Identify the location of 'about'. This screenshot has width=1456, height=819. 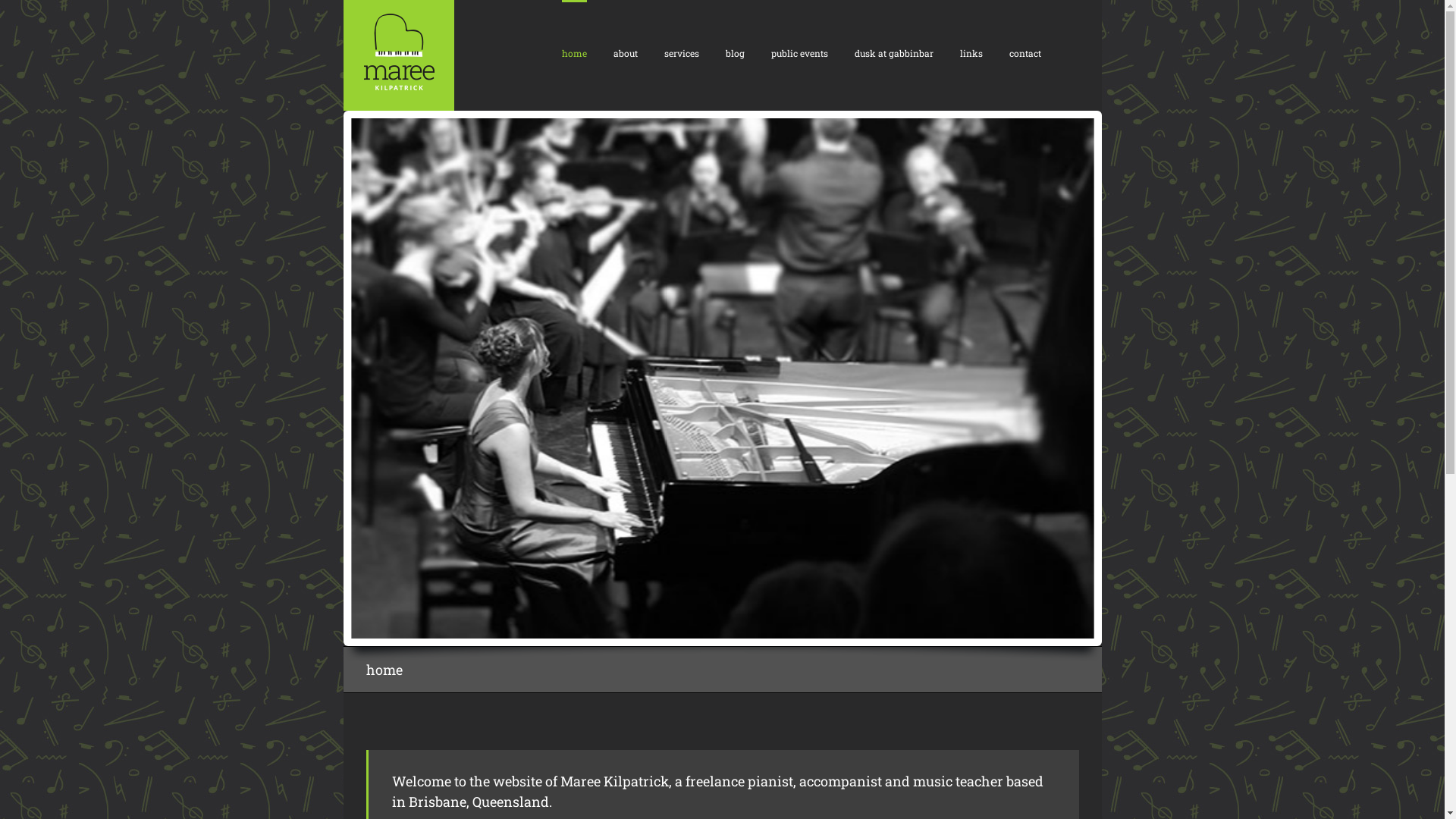
(625, 52).